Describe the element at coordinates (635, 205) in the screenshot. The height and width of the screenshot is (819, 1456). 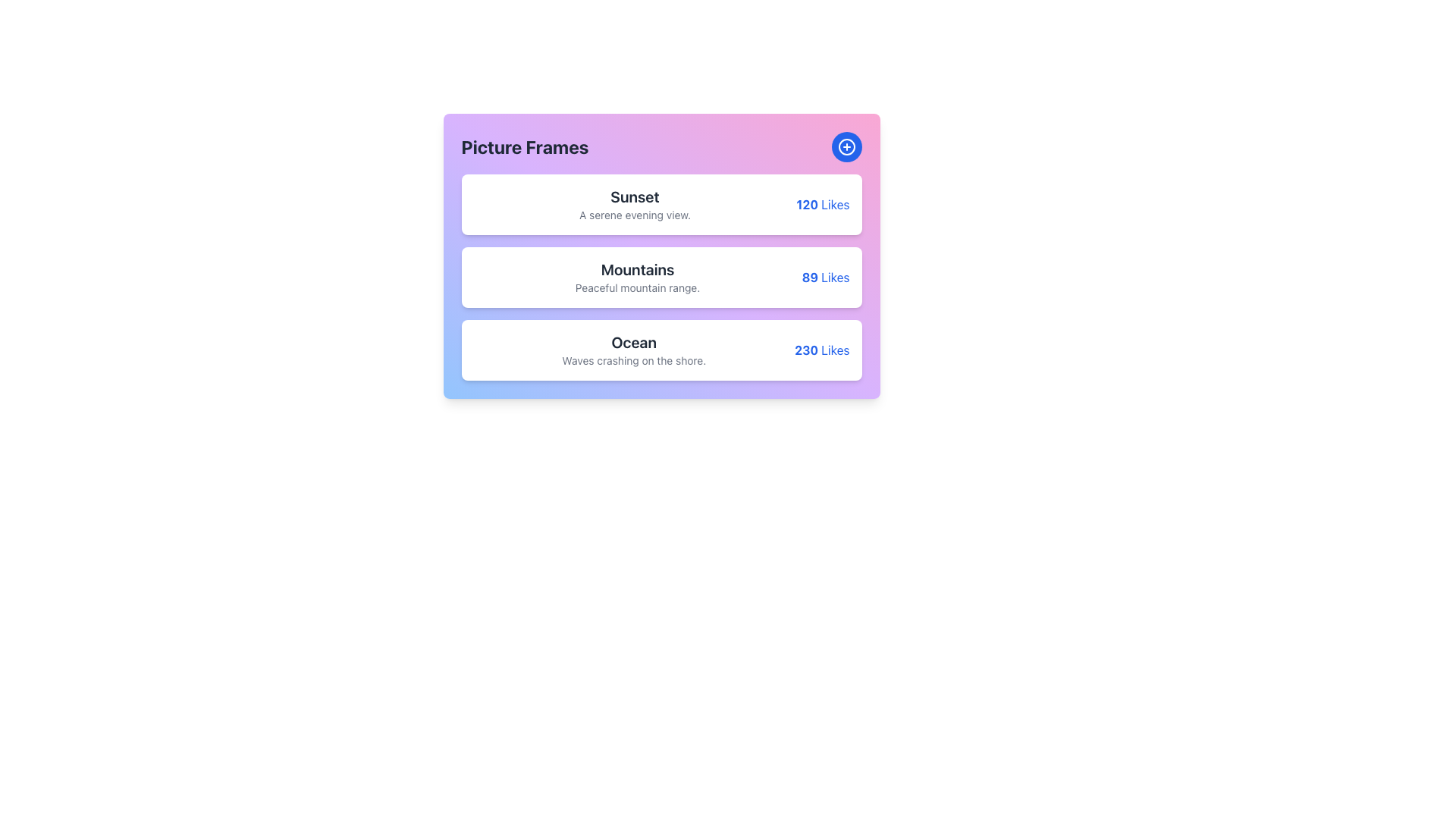
I see `the Composite Text Element that describes the item titled 'Sunset', located in the top section of a vertically aligned list with a white background and rounded corners` at that location.